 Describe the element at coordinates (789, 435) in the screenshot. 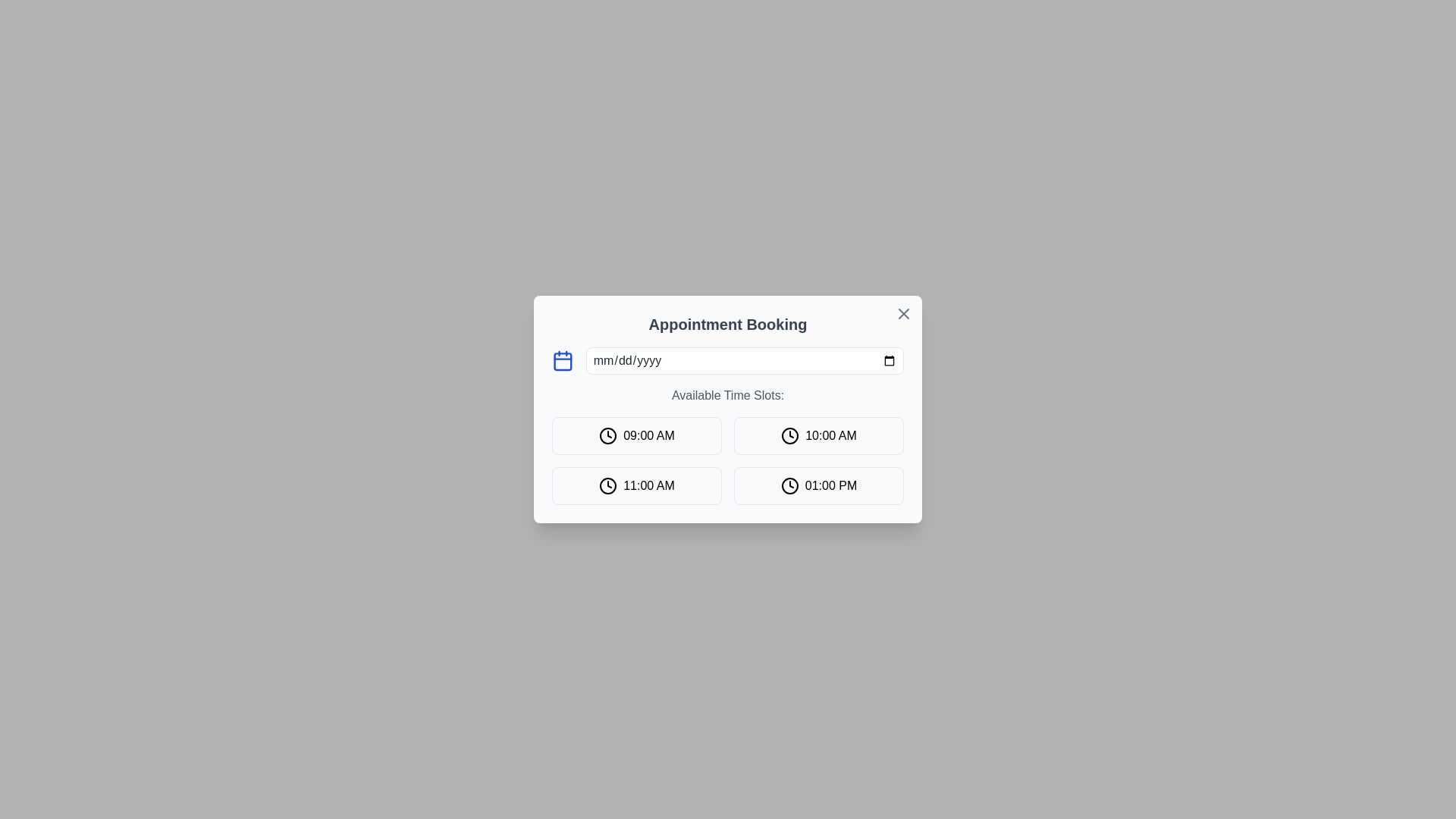

I see `the outer circular boundary of the clock icon indicating availability for the 10:00 AM time slot in the appointment booking interface` at that location.